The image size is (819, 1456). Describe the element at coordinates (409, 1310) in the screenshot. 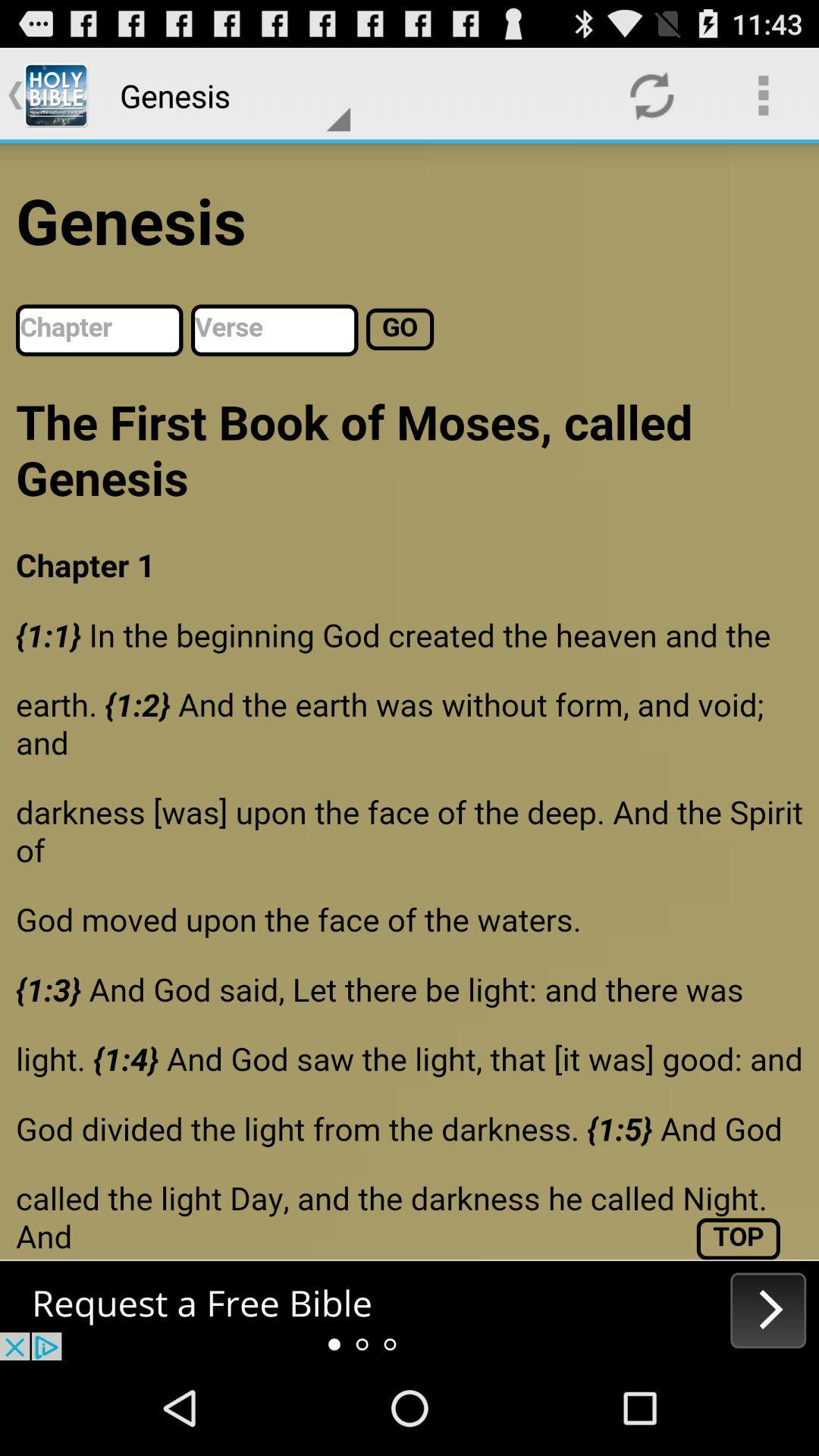

I see `open selected item` at that location.